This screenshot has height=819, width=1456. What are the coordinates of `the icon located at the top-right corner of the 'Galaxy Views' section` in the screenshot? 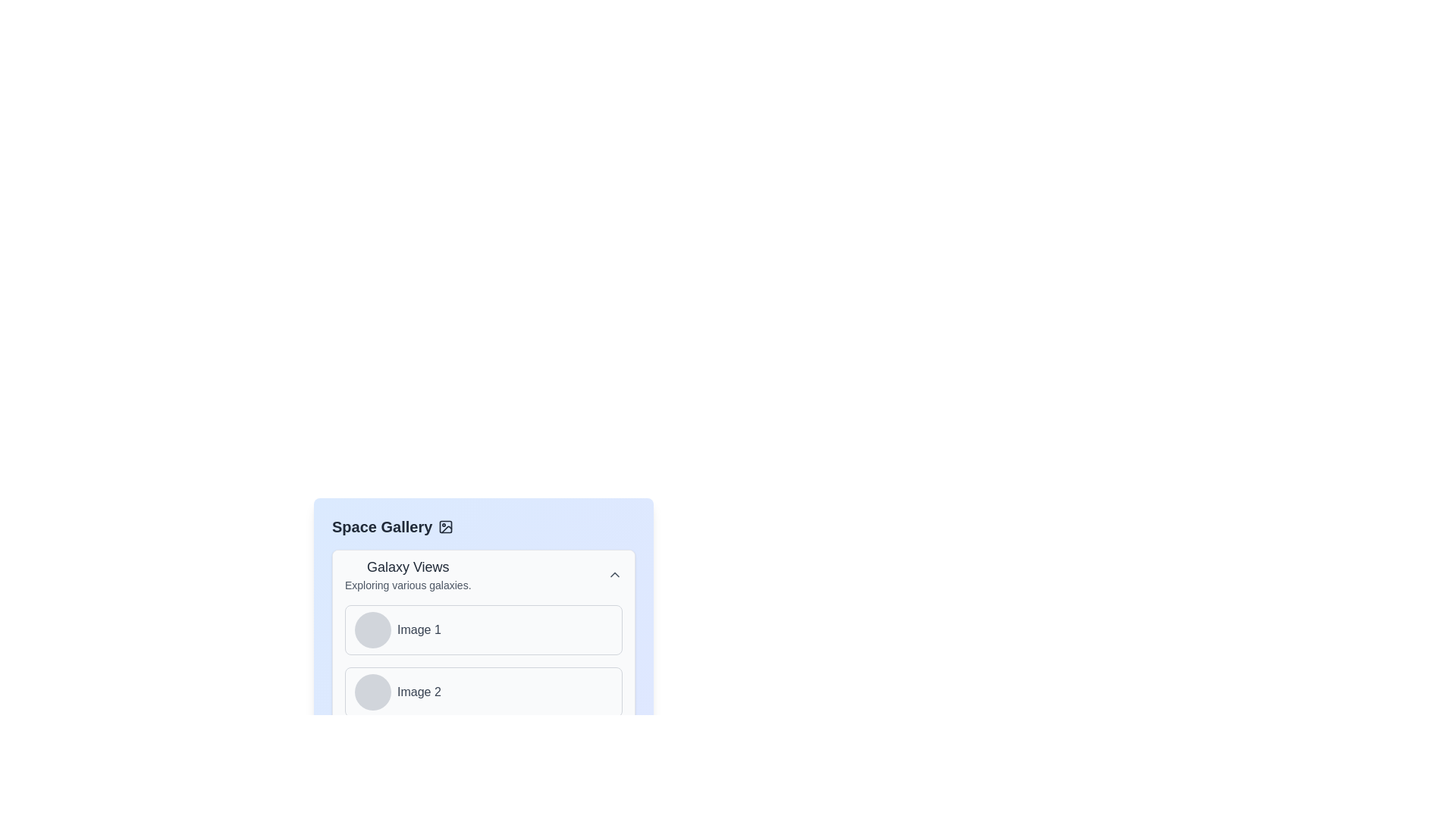 It's located at (615, 575).